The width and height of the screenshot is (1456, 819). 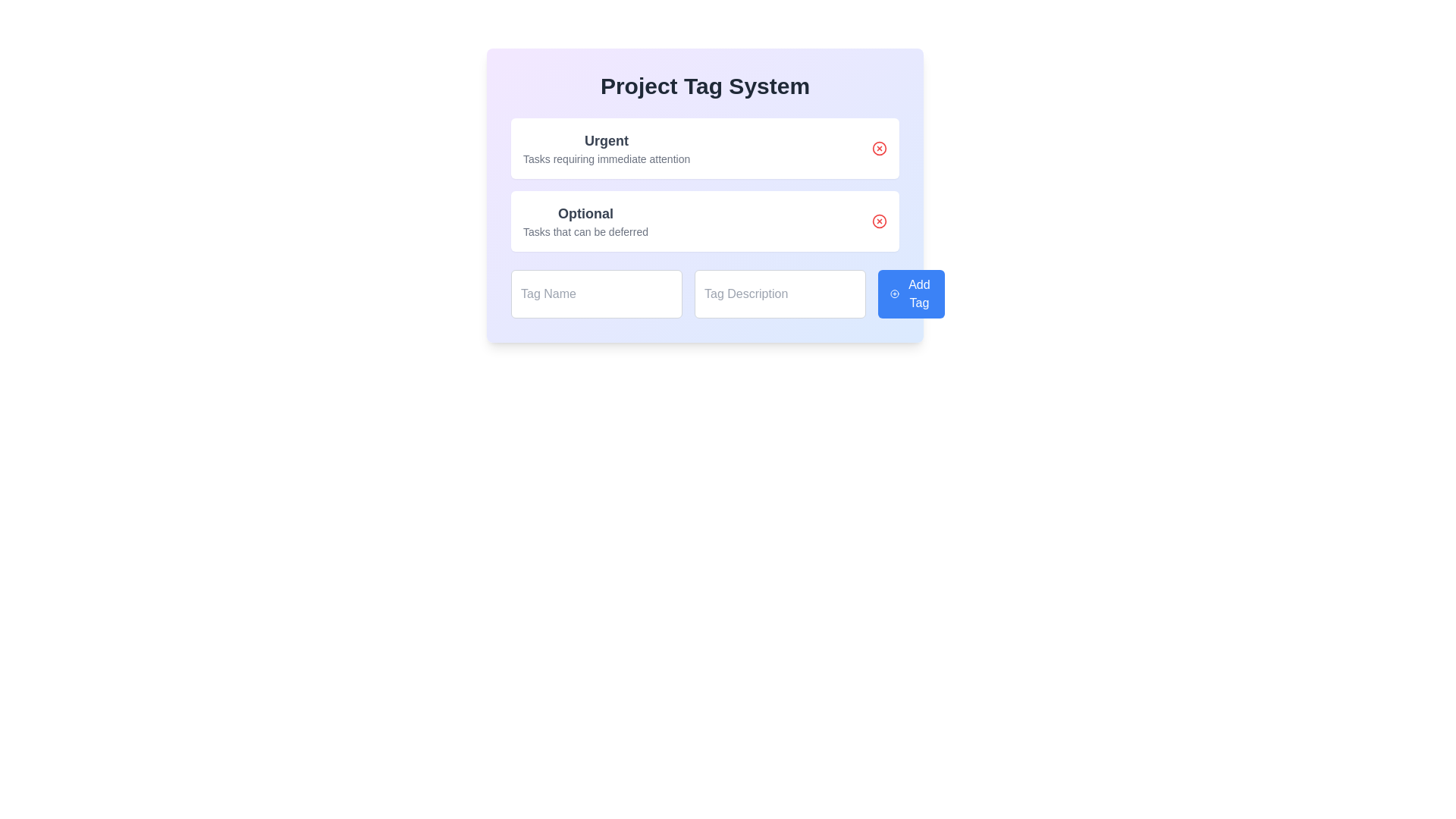 I want to click on the Descriptive Text Block that indicates the category with 'Optional' and 'Tasks that can be deferred' text, so click(x=585, y=221).